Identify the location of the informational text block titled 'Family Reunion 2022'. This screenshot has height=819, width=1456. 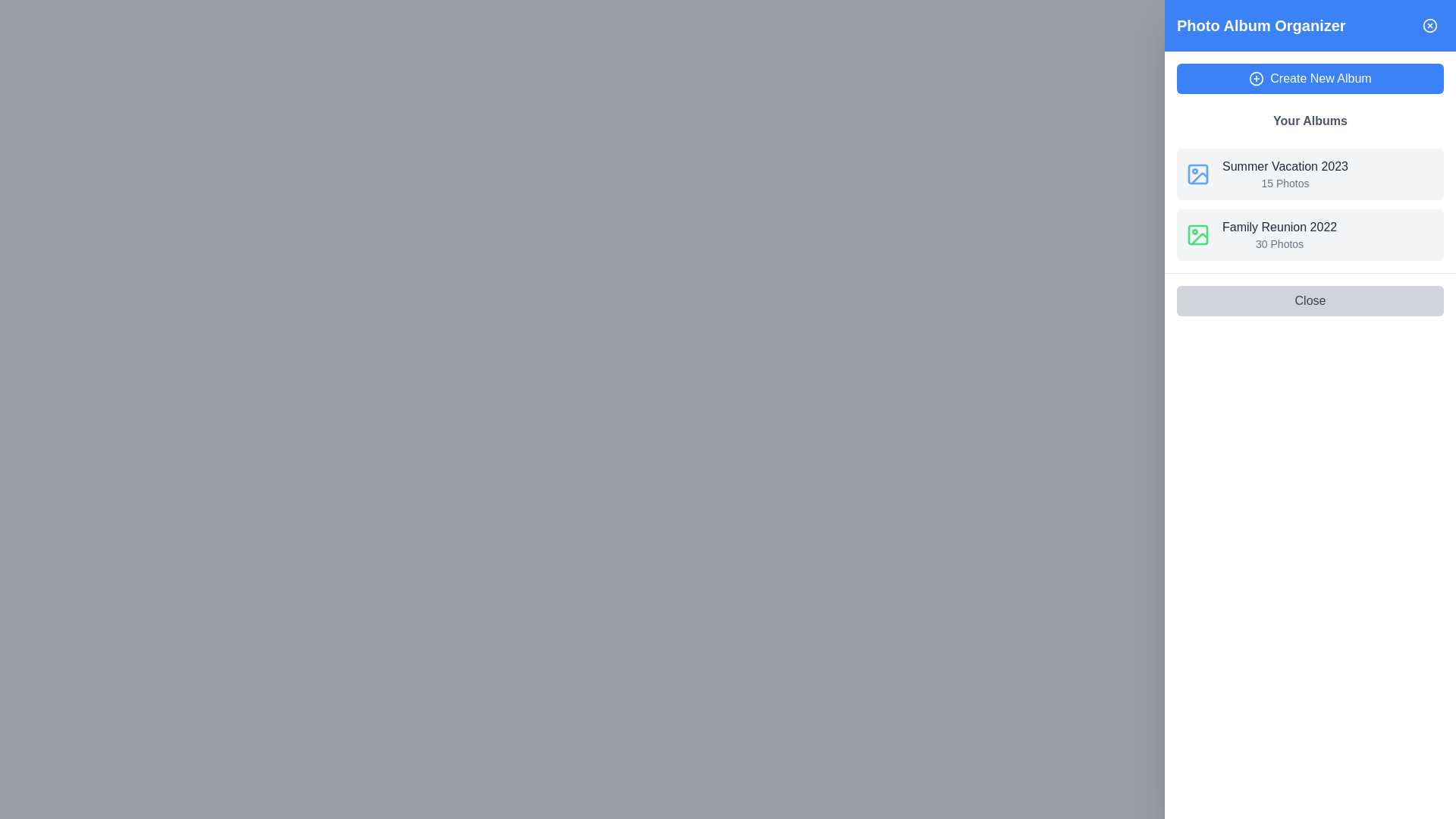
(1279, 234).